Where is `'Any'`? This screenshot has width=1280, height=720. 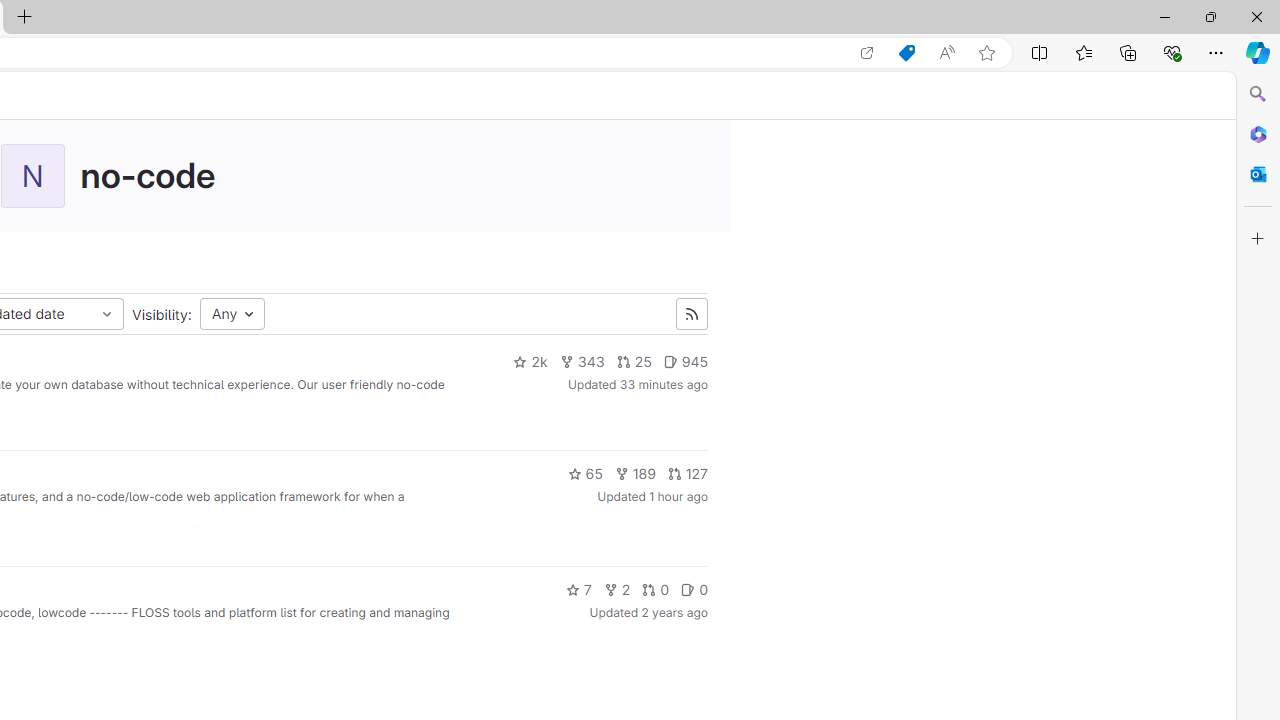
'Any' is located at coordinates (232, 314).